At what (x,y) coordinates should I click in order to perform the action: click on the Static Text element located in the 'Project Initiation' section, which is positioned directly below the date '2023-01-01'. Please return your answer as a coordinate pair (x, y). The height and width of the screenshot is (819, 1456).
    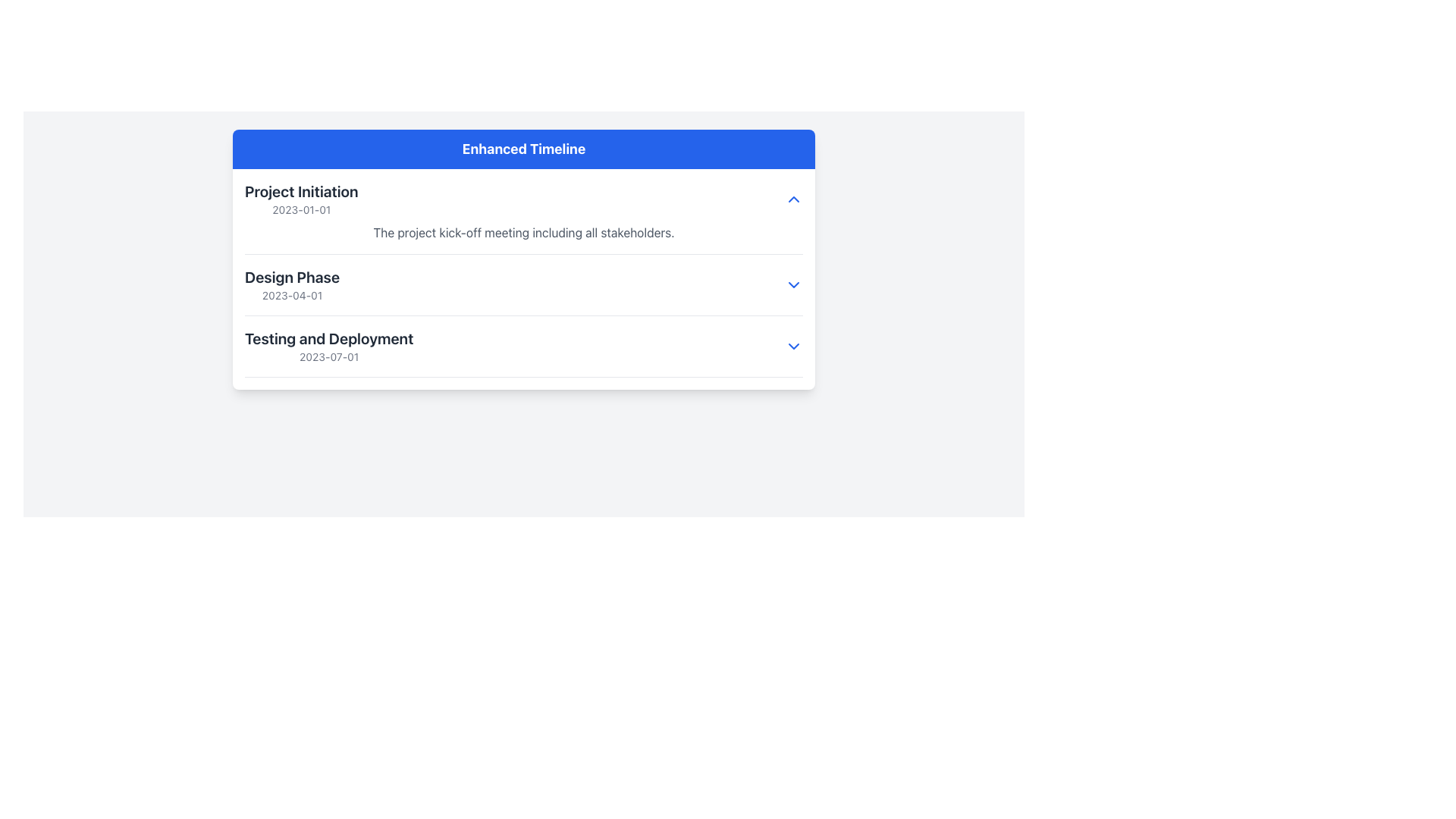
    Looking at the image, I should click on (524, 233).